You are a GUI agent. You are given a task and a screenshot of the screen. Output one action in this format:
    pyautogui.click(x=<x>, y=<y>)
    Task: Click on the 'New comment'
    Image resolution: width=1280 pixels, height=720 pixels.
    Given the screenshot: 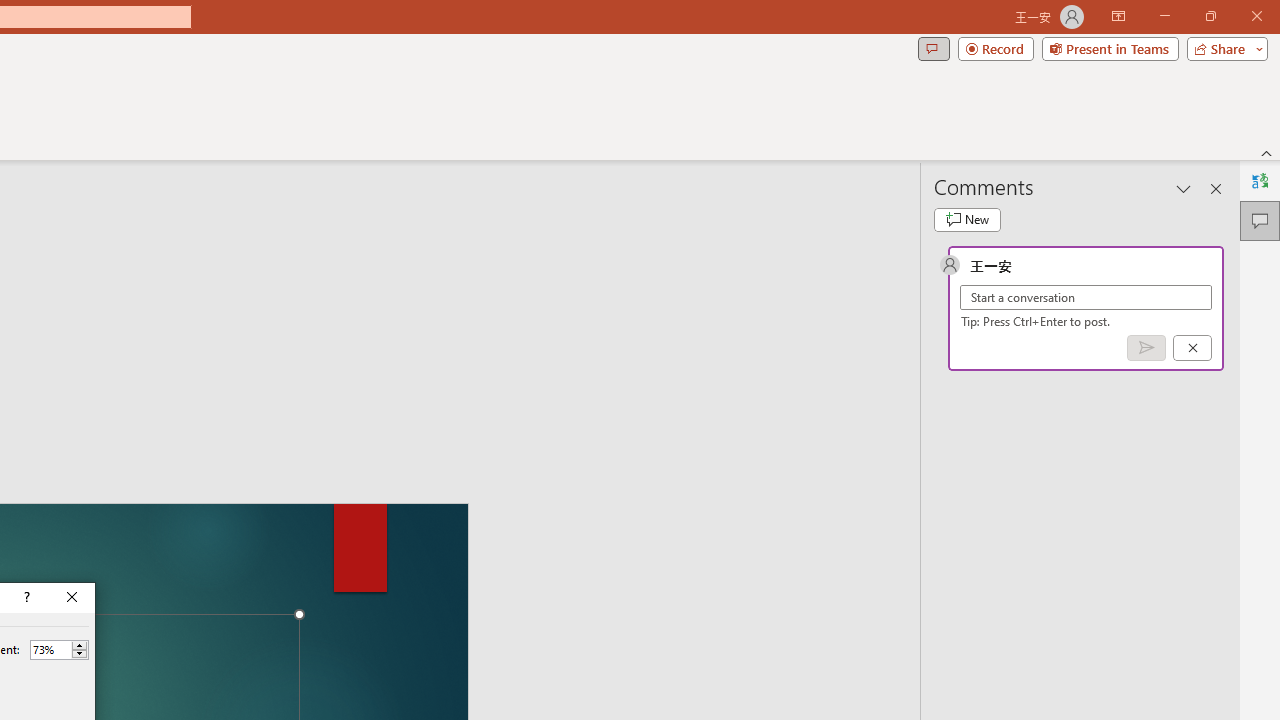 What is the action you would take?
    pyautogui.click(x=967, y=219)
    